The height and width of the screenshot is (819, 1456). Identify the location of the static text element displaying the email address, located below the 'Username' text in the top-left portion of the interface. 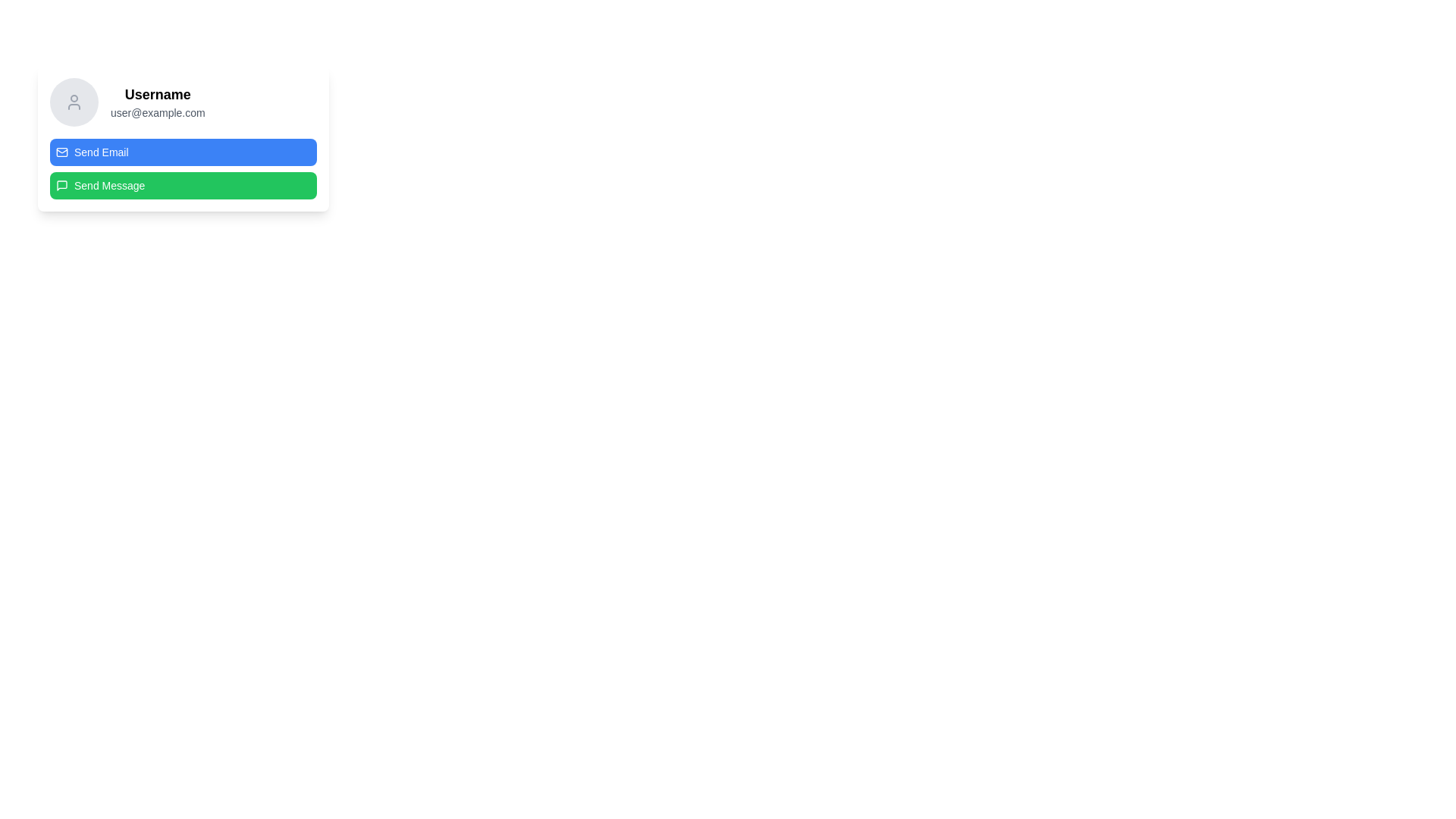
(158, 112).